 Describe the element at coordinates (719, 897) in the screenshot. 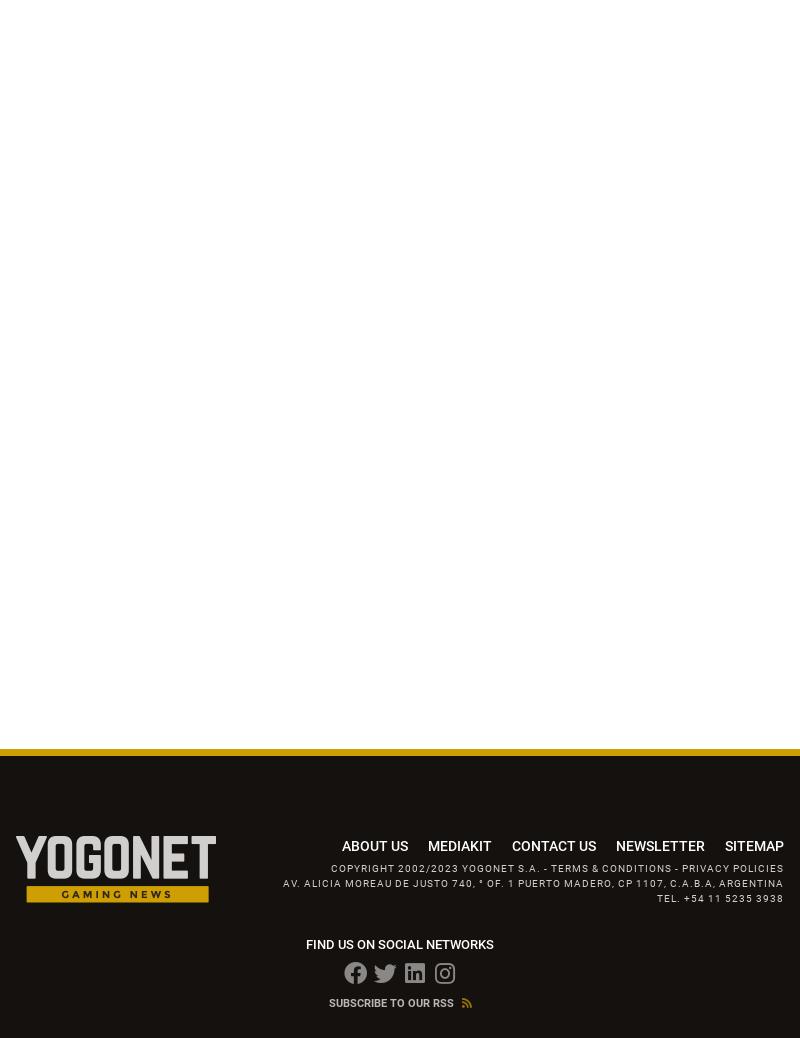

I see `'TEL. +54 11 5235 3938'` at that location.